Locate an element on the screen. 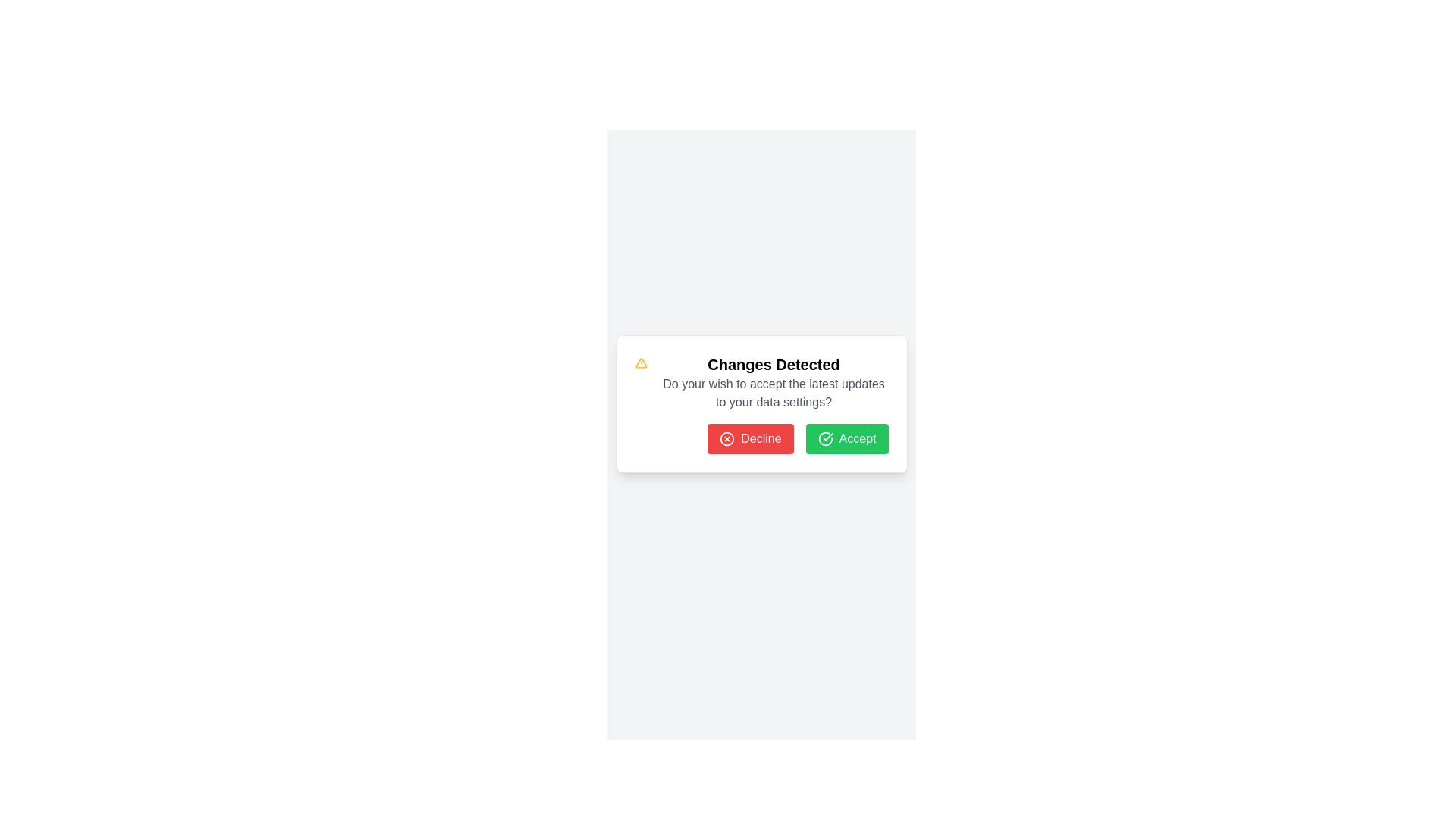  the circular check mark icon inside the green 'Accept' button, located towards the bottom-right corner of the modal dialog, to indirectly trigger the button's action is located at coordinates (824, 438).